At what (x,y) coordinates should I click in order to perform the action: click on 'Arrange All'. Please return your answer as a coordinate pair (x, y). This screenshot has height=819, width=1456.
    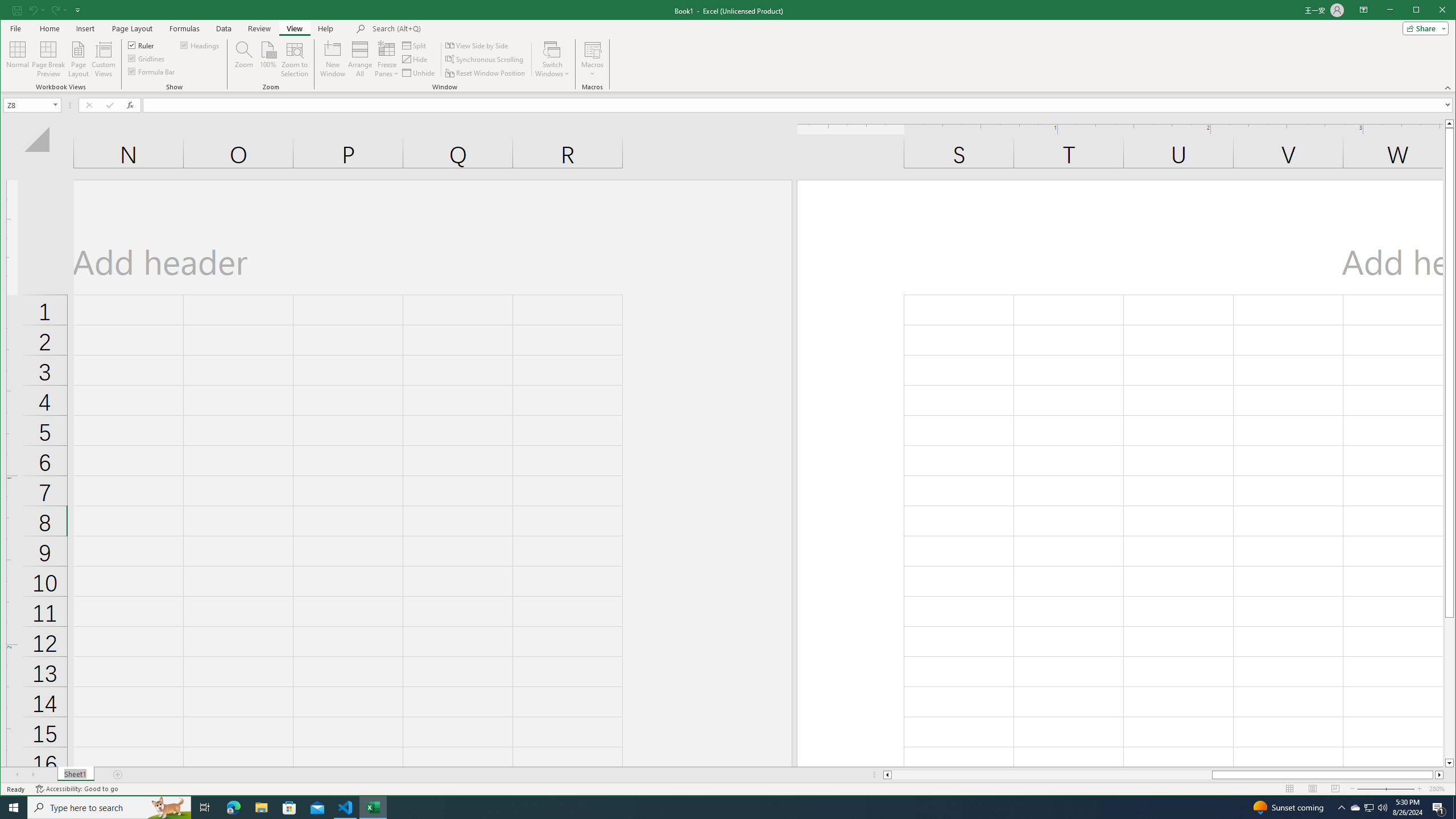
    Looking at the image, I should click on (359, 59).